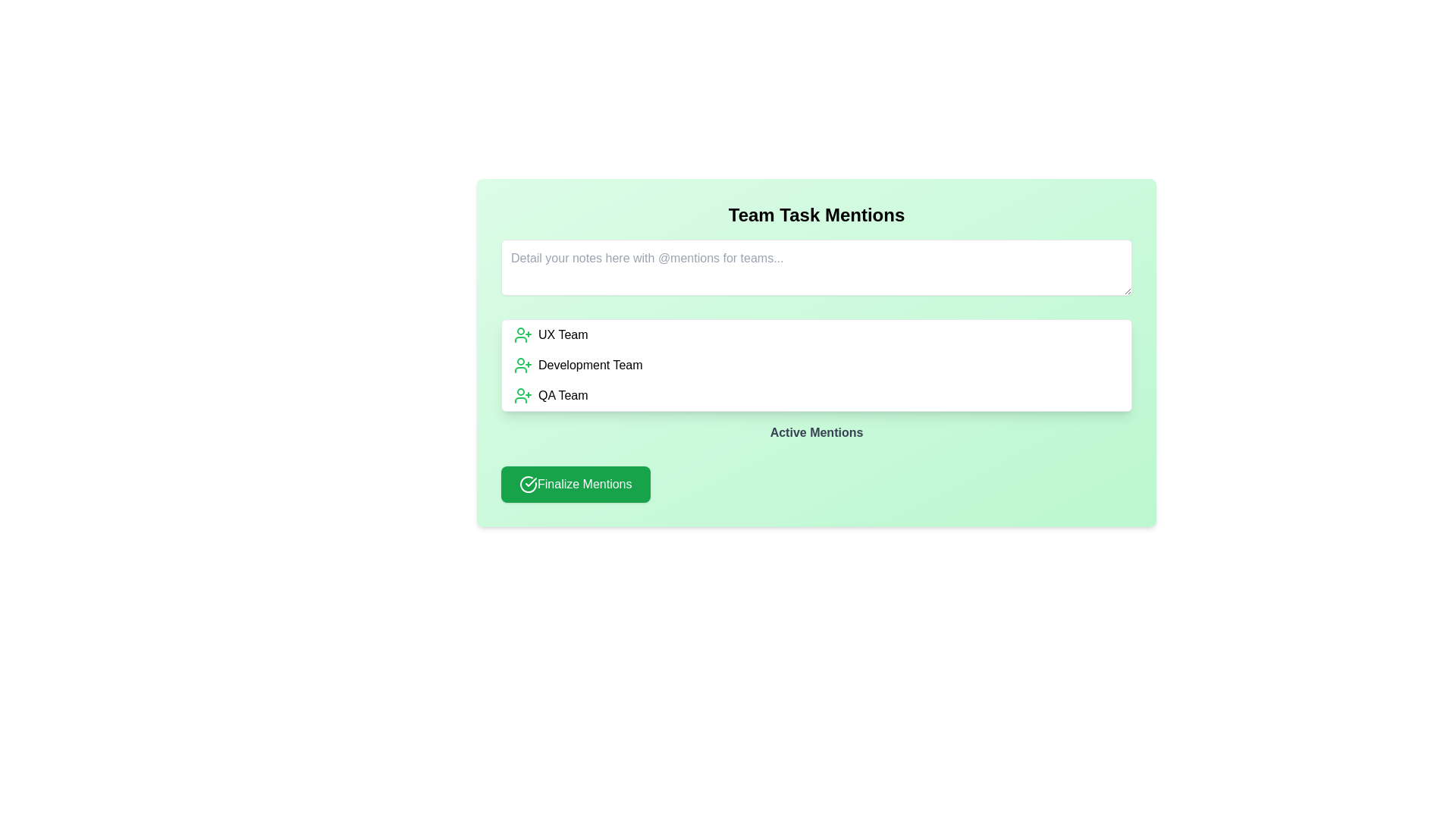  What do you see at coordinates (531, 482) in the screenshot?
I see `the green check mark icon, which is centered inside a circular green icon and located at the bottom left corner of the 'Finalize Mentions' button` at bounding box center [531, 482].